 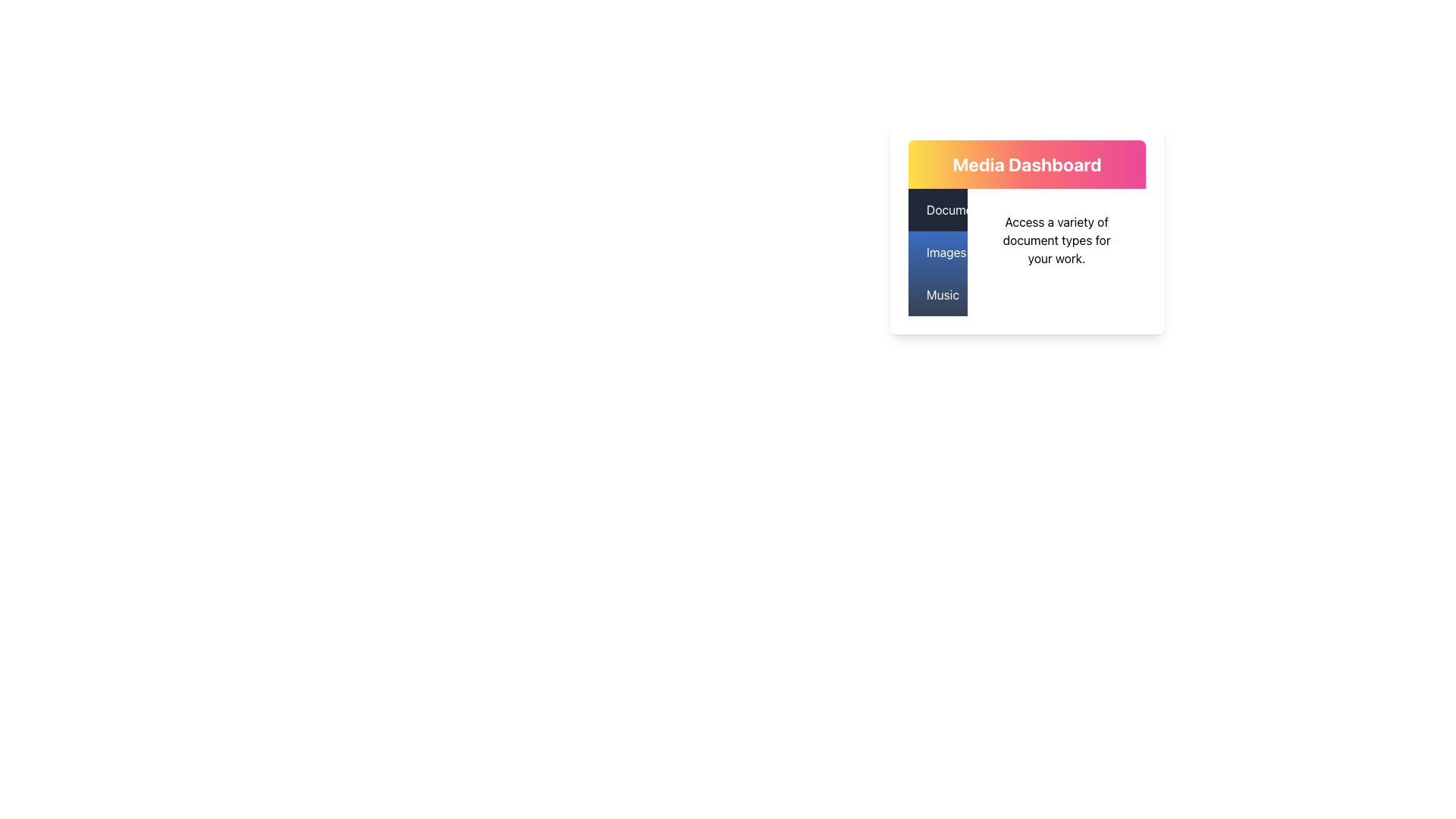 What do you see at coordinates (942, 295) in the screenshot?
I see `the 'Music' Text Label located in the Media Dashboard section` at bounding box center [942, 295].